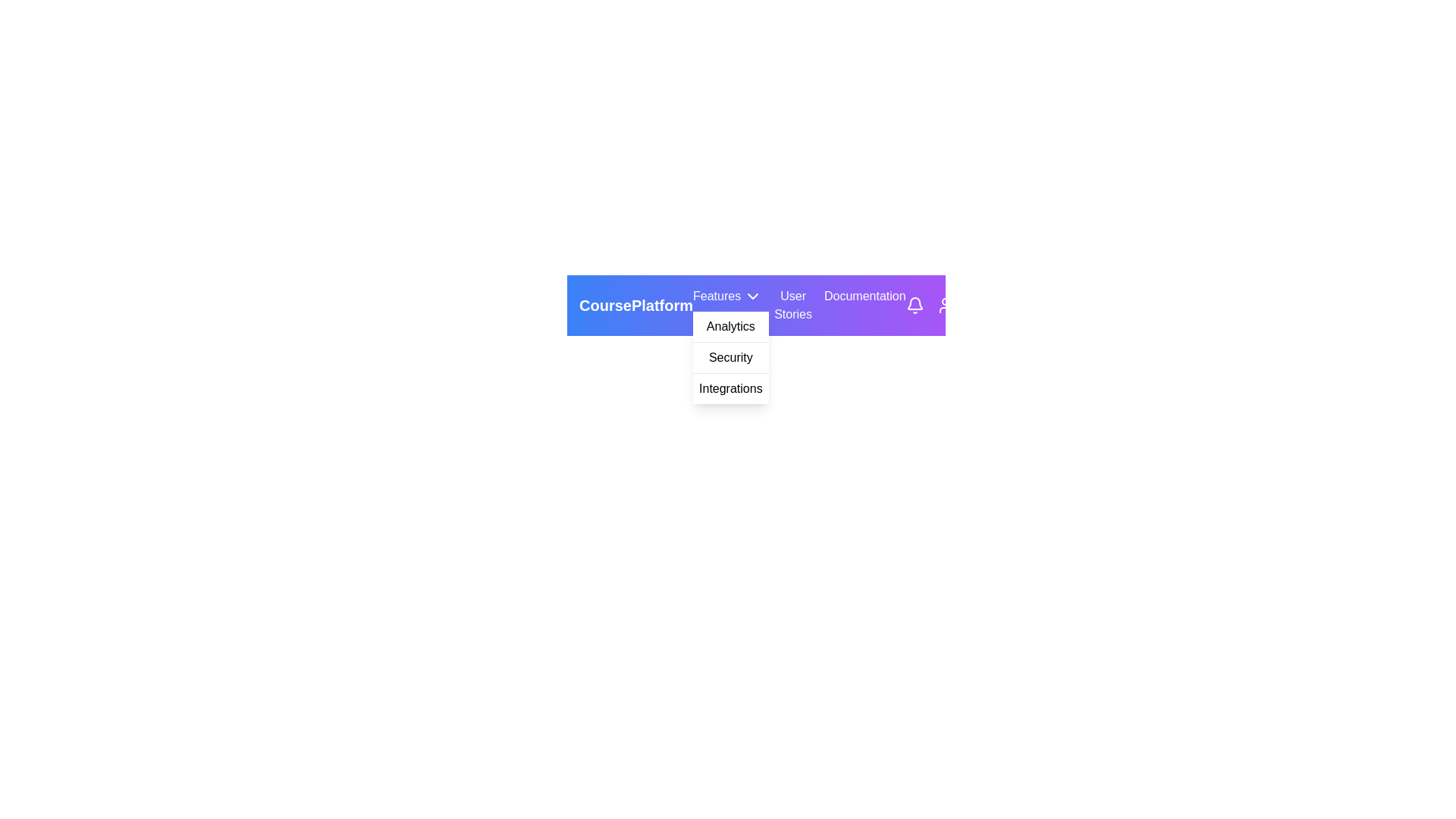  I want to click on the 'Integrations' menu item, which is the third item in the dropdown under 'Features', so click(730, 388).